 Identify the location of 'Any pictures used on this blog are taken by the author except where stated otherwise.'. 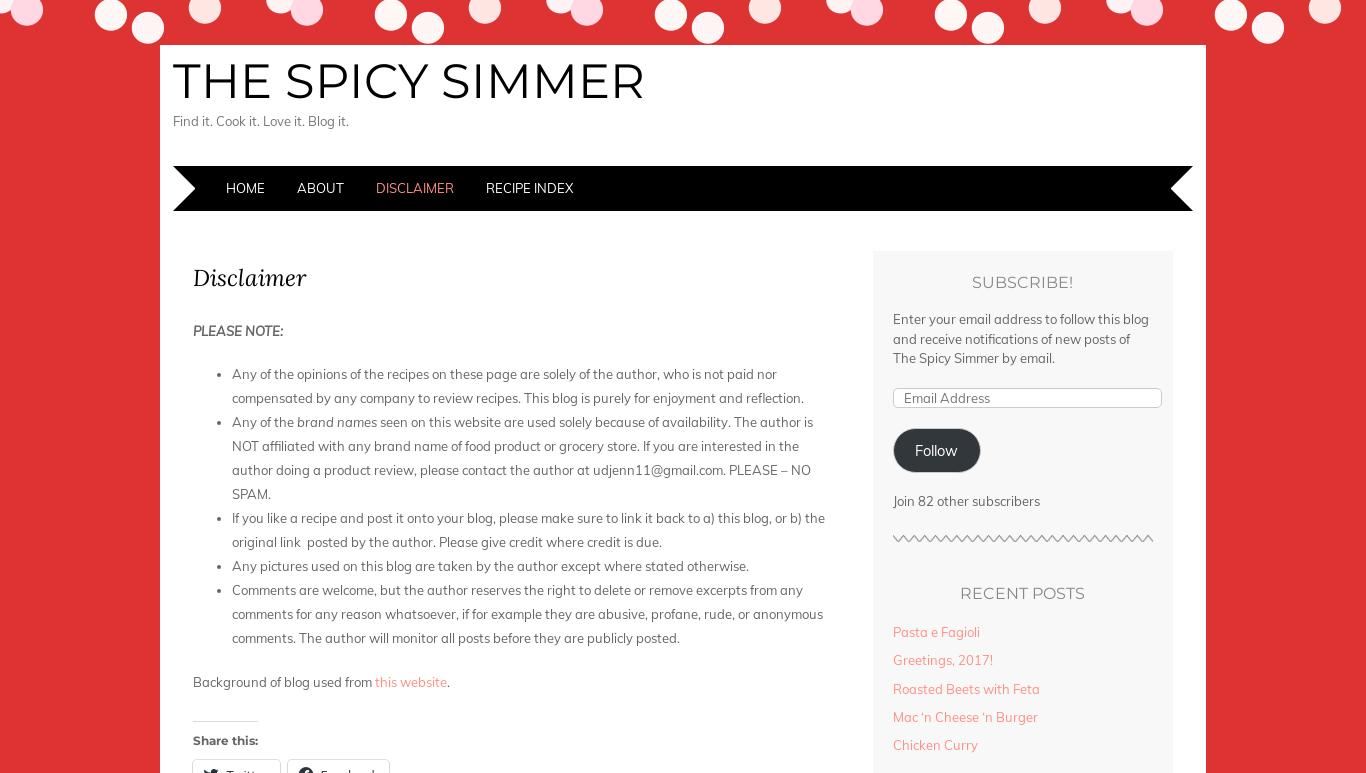
(490, 565).